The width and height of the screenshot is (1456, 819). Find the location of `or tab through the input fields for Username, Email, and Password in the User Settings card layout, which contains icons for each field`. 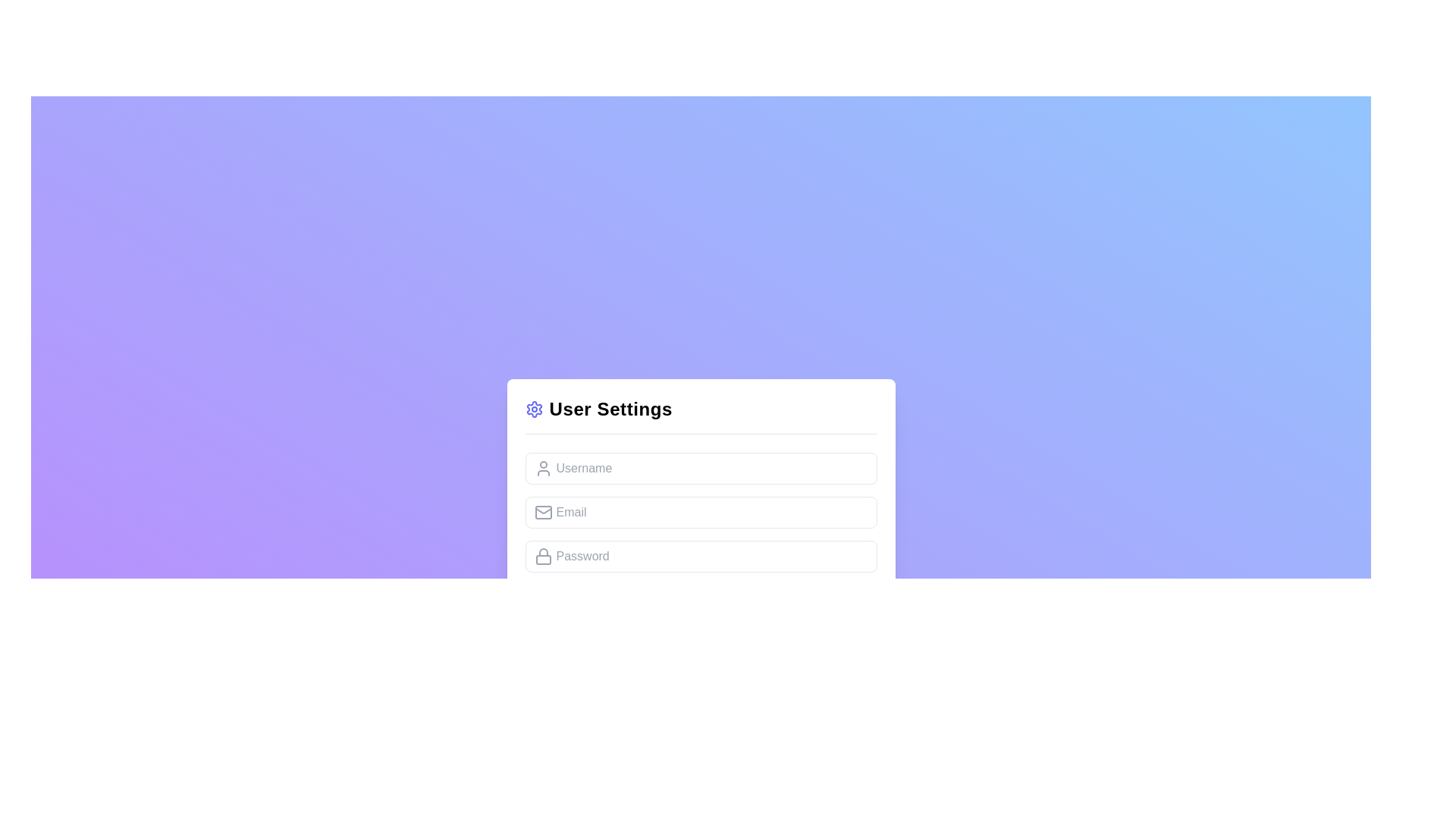

or tab through the input fields for Username, Email, and Password in the User Settings card layout, which contains icons for each field is located at coordinates (700, 532).